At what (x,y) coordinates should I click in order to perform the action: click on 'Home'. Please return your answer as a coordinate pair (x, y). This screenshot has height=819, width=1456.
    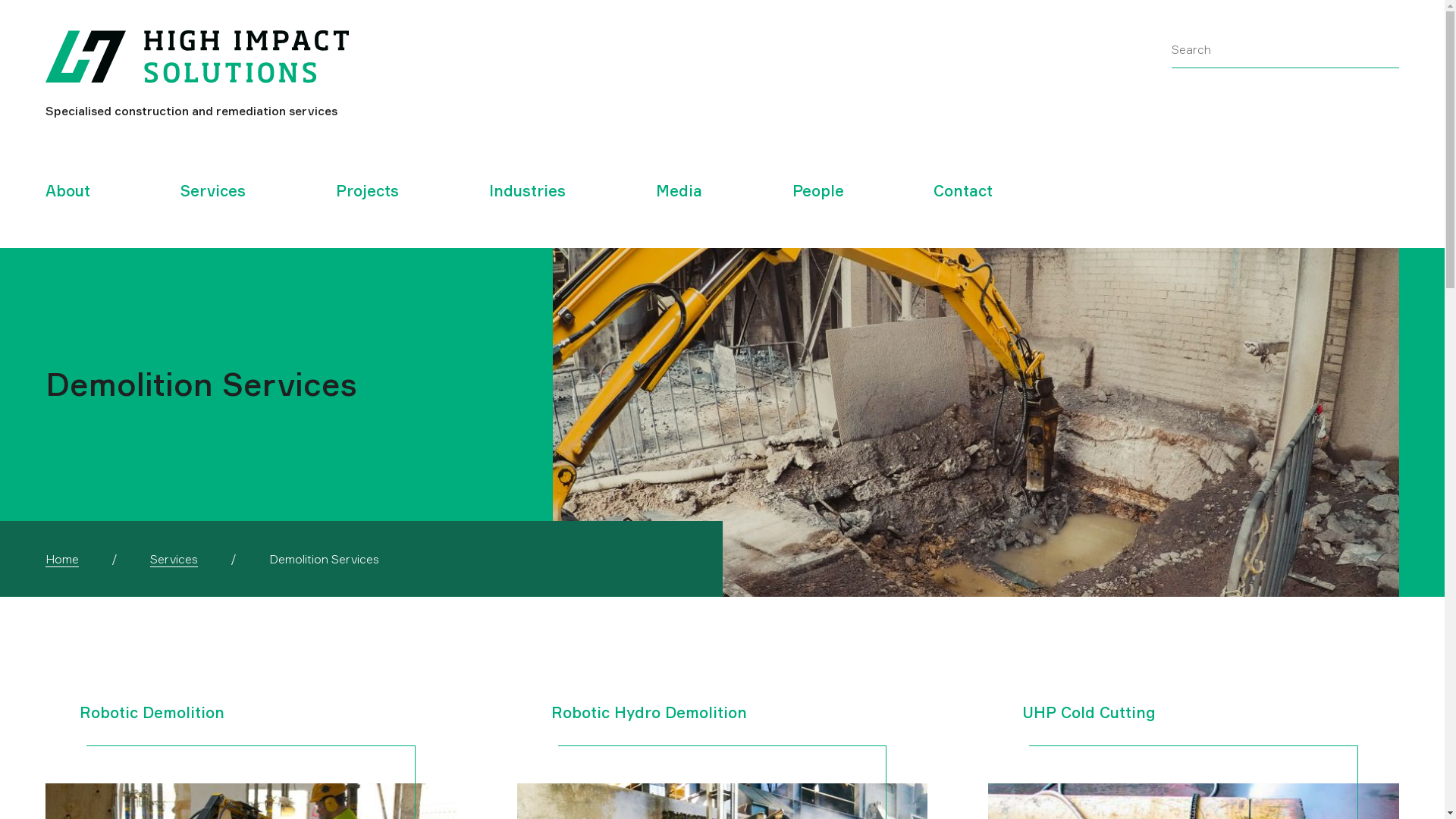
    Looking at the image, I should click on (61, 559).